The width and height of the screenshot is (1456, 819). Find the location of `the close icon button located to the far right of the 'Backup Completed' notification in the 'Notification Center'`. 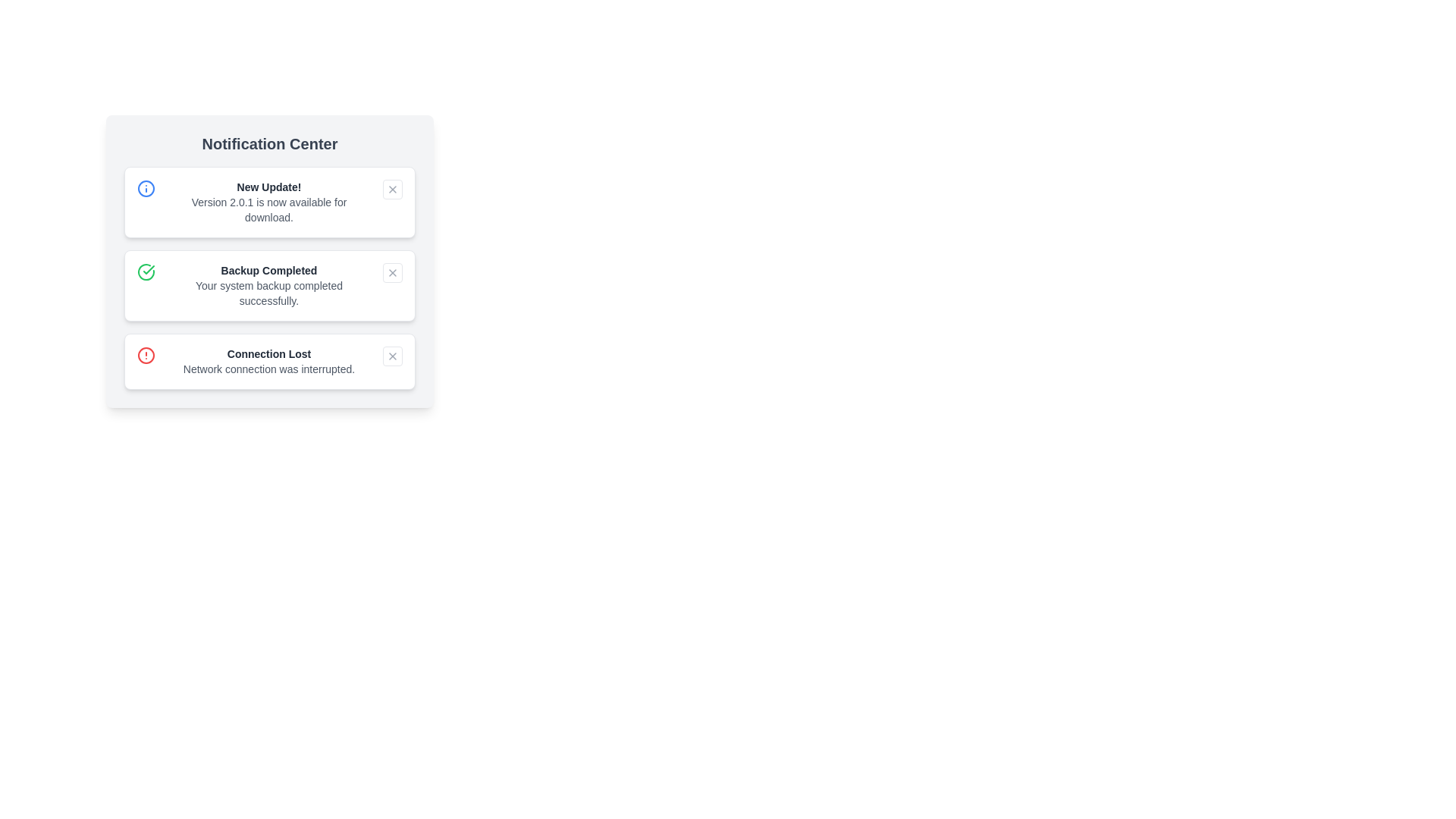

the close icon button located to the far right of the 'Backup Completed' notification in the 'Notification Center' is located at coordinates (393, 271).